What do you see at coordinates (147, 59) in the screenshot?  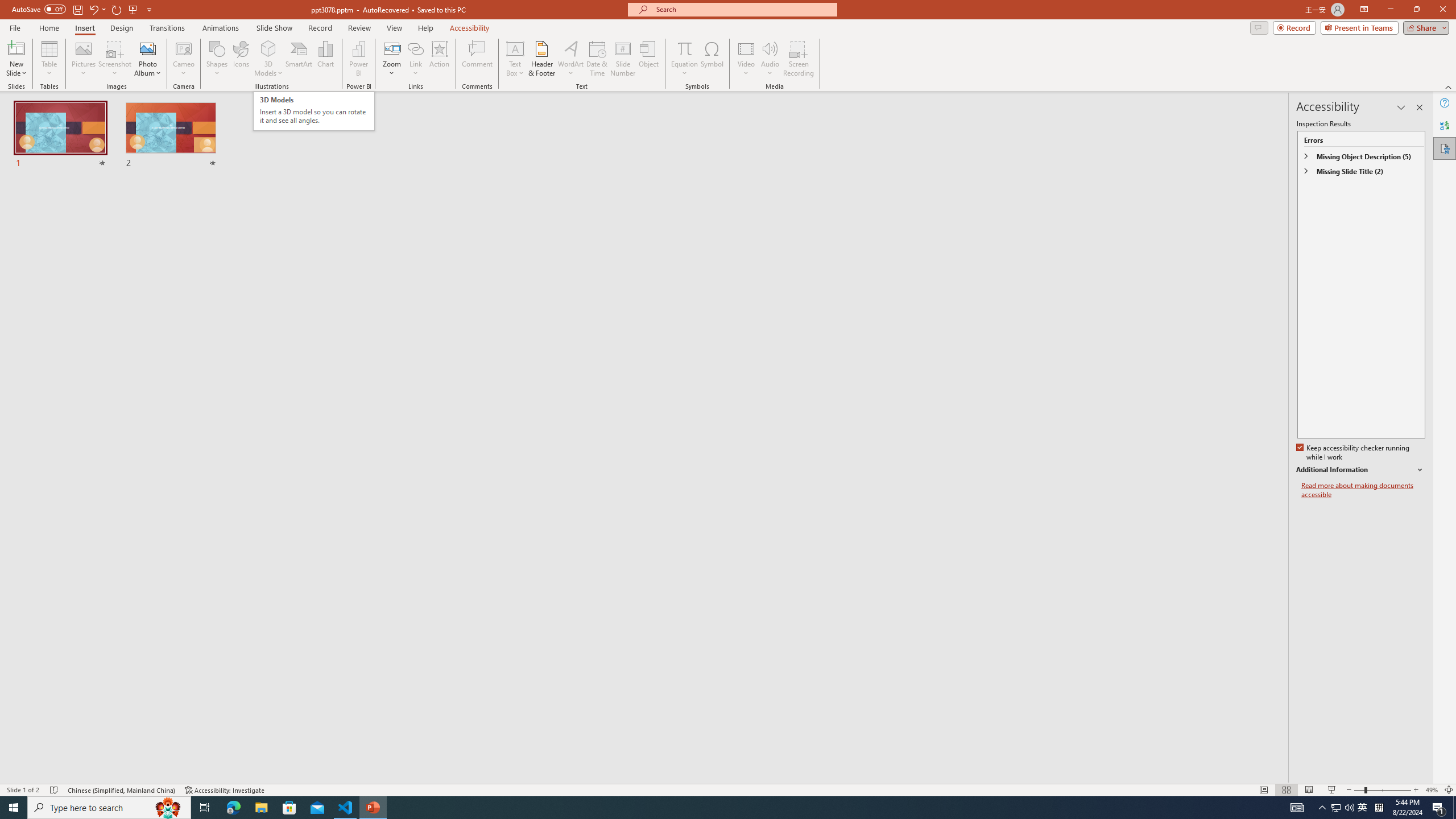 I see `'Photo Album...'` at bounding box center [147, 59].